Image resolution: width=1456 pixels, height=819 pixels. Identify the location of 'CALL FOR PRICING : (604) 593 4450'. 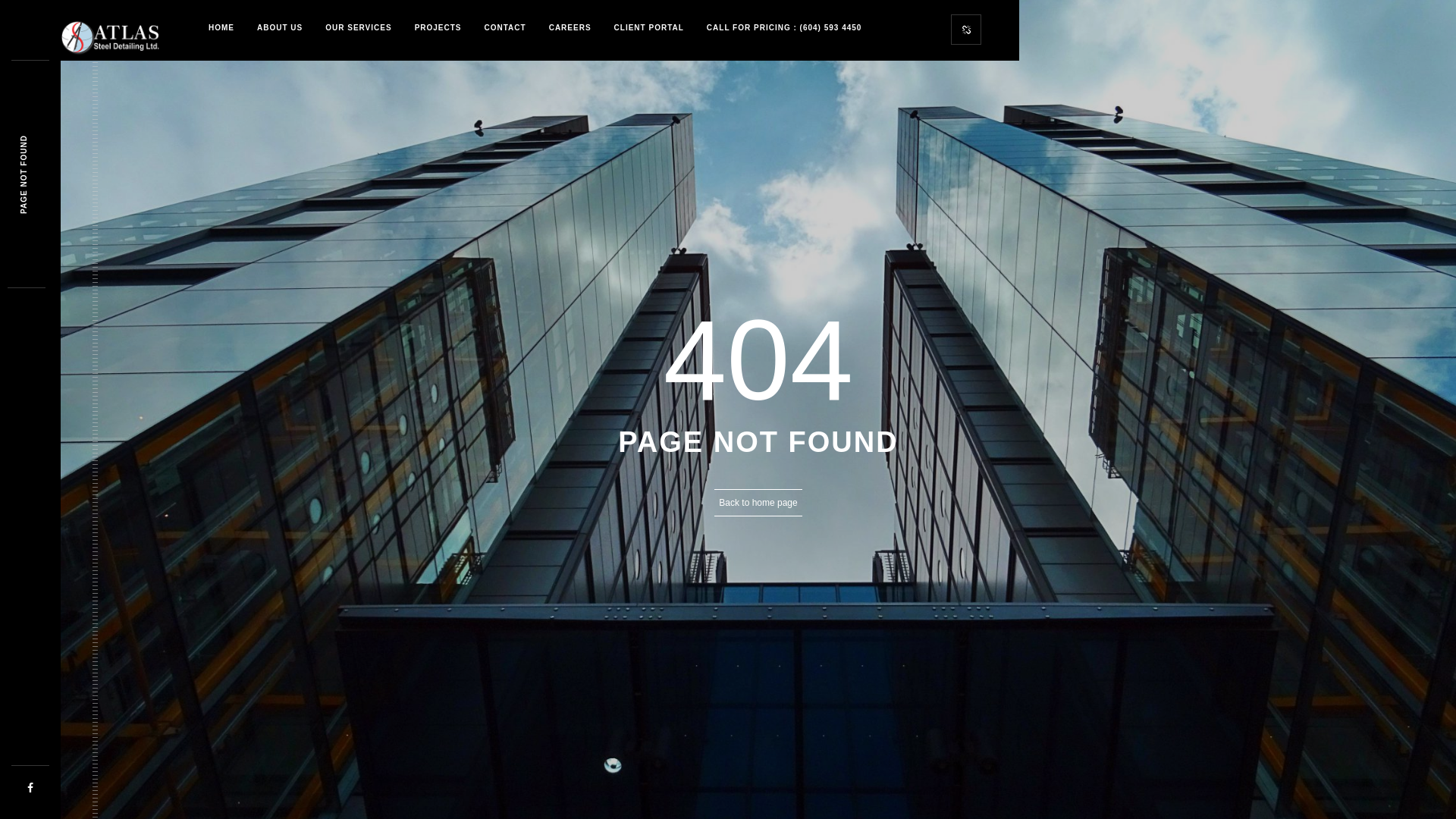
(784, 28).